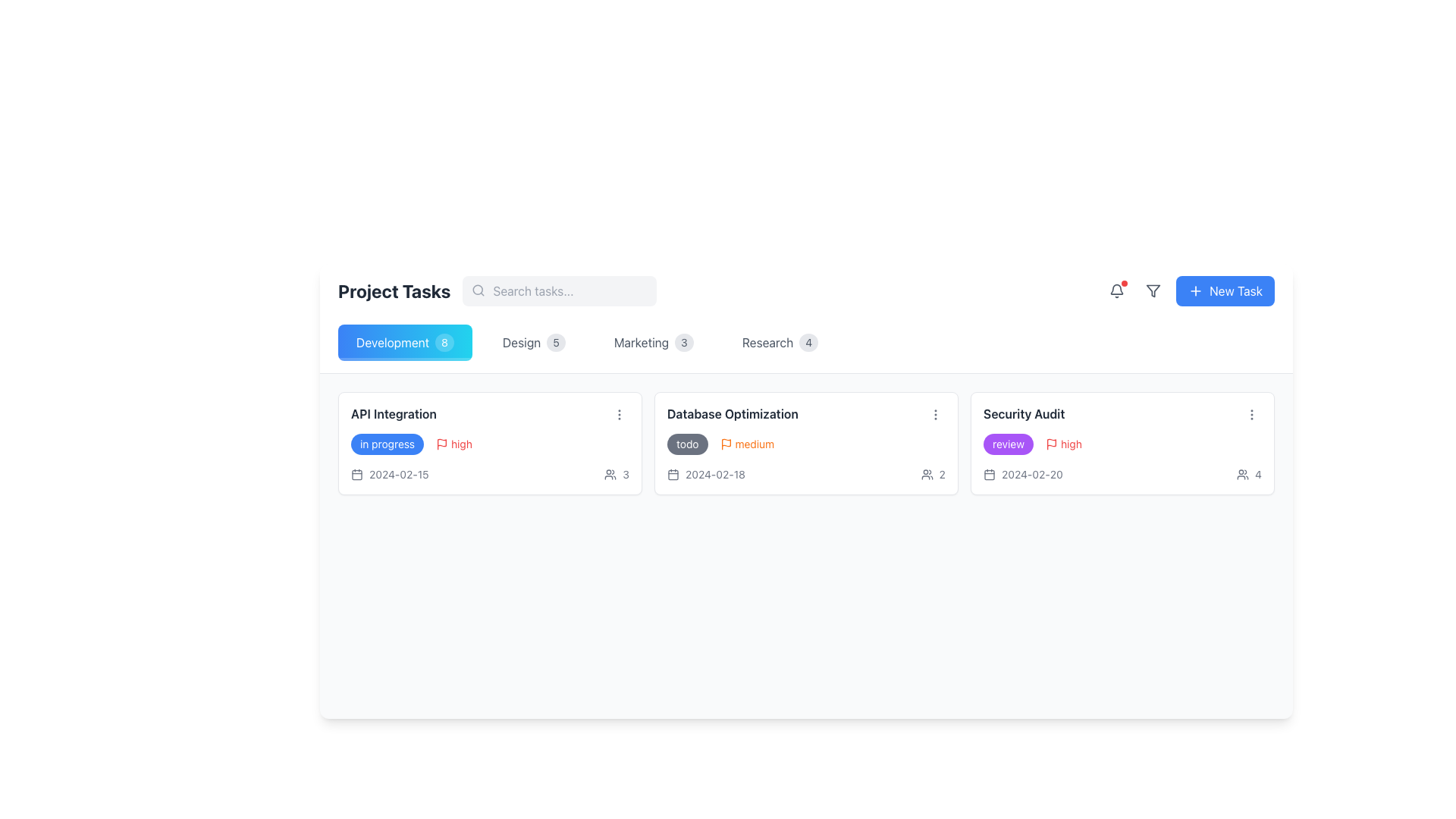 The image size is (1456, 819). I want to click on the status indicator labeled 'review' located on the right side of the 'Security Audit' task card in the 'Project Tasks' section, so click(1008, 444).